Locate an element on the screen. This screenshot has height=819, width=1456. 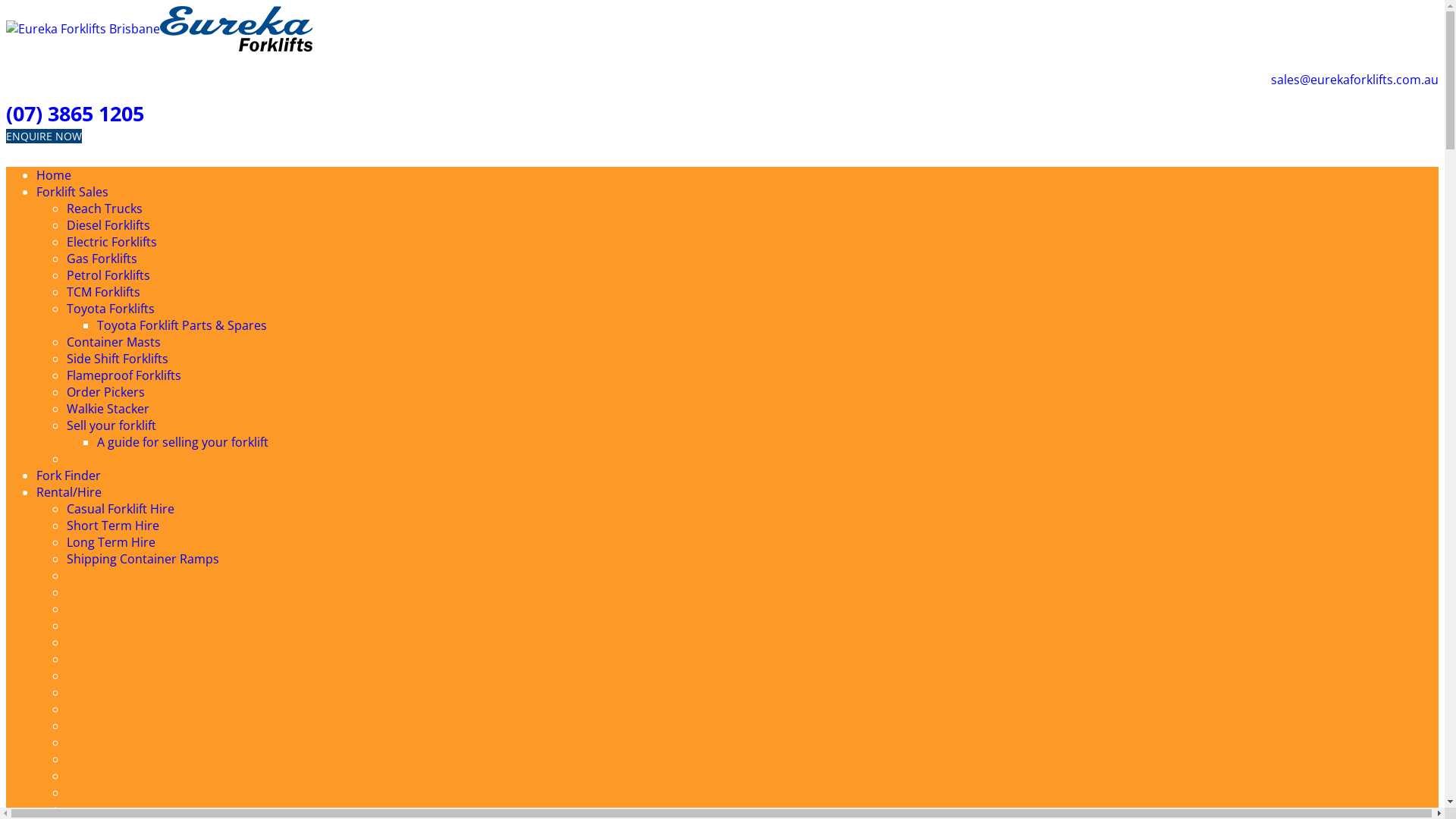
'Forklift Sales' is located at coordinates (71, 191).